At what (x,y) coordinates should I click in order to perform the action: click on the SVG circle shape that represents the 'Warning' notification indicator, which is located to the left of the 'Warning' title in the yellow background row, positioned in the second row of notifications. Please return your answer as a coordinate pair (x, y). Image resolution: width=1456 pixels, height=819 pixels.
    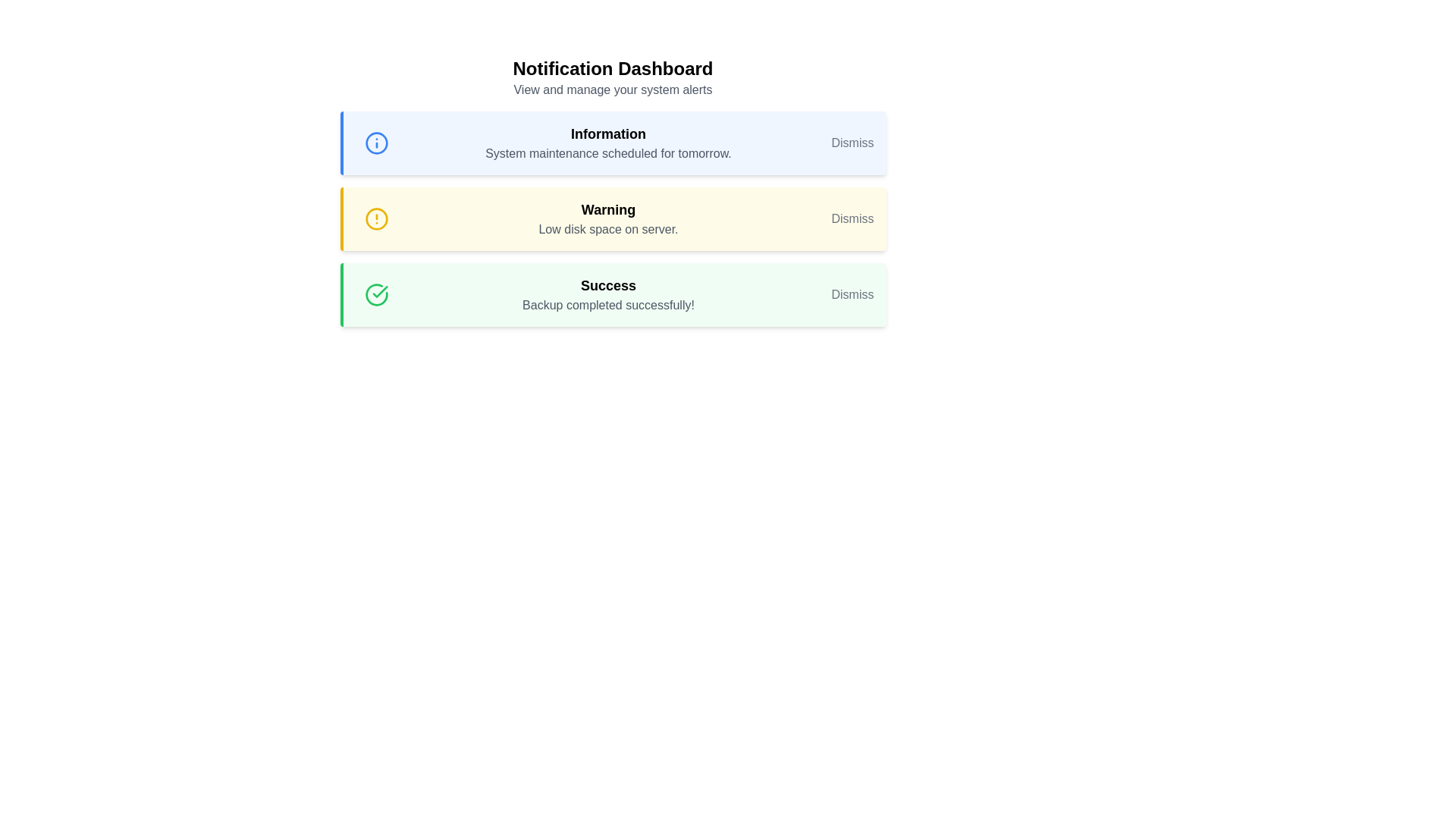
    Looking at the image, I should click on (376, 219).